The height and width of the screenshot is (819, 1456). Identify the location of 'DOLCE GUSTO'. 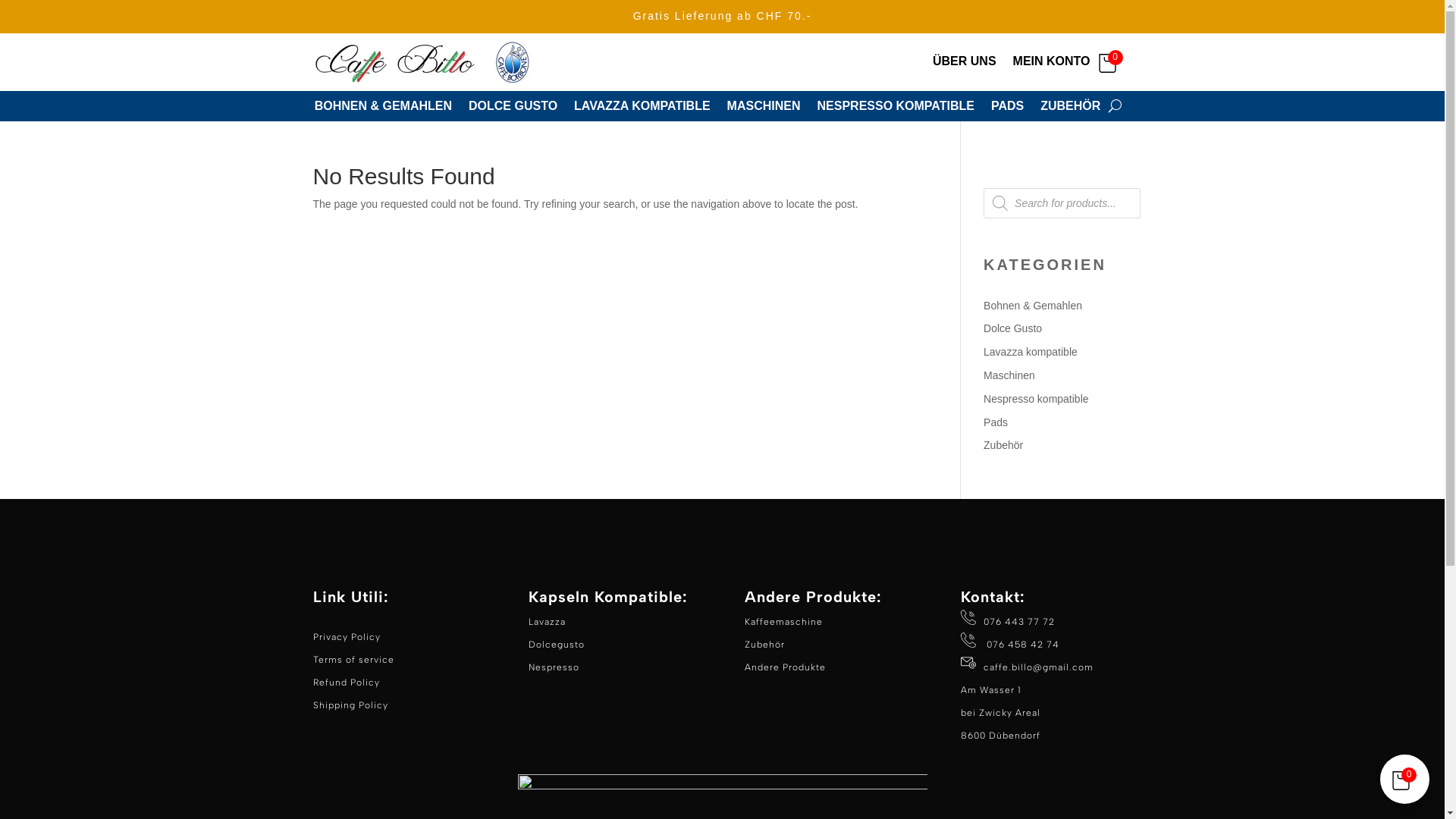
(468, 108).